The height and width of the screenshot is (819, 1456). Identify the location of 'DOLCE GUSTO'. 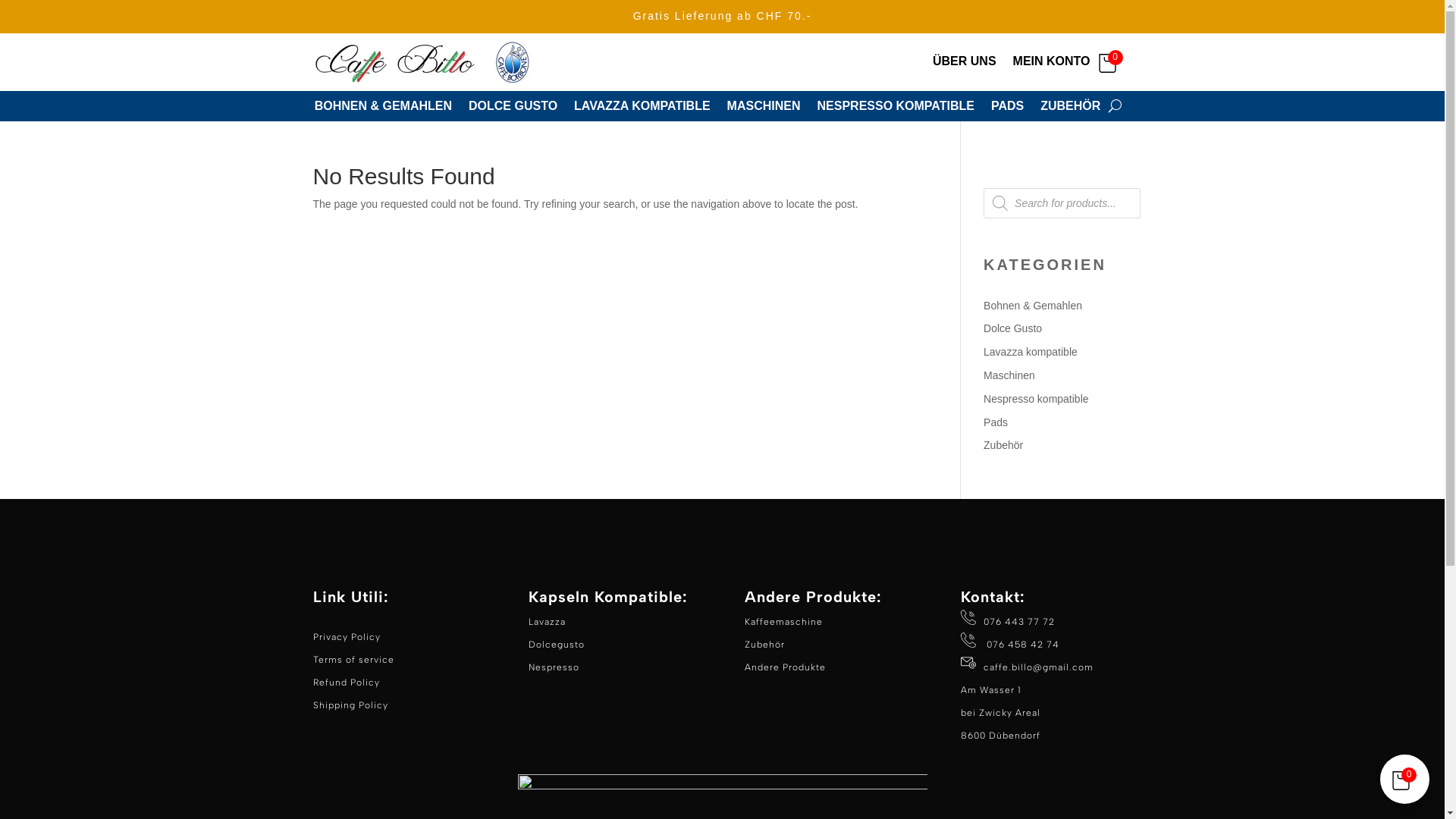
(468, 108).